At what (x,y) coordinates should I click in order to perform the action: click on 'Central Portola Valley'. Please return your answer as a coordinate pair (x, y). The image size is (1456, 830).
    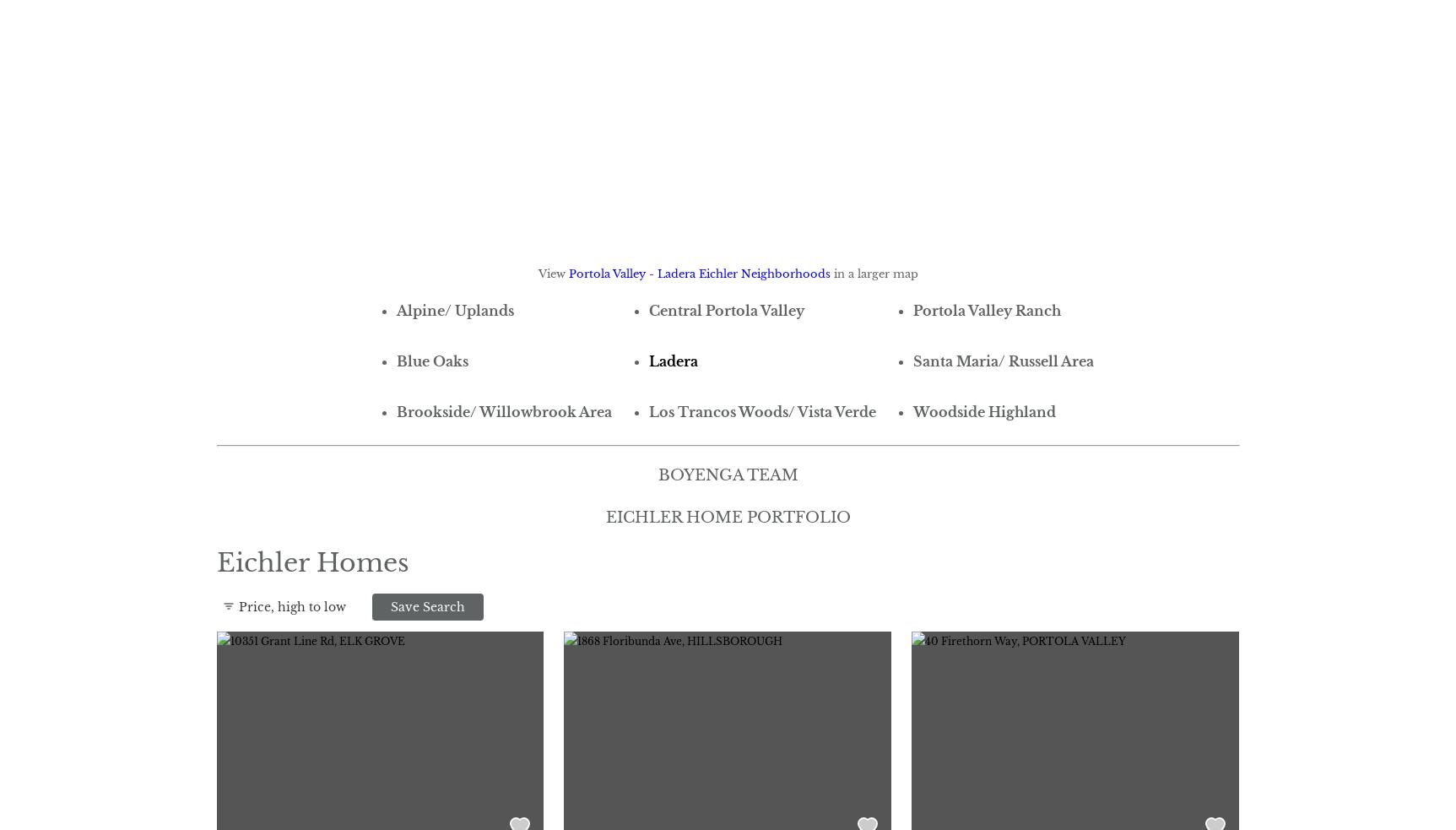
    Looking at the image, I should click on (726, 308).